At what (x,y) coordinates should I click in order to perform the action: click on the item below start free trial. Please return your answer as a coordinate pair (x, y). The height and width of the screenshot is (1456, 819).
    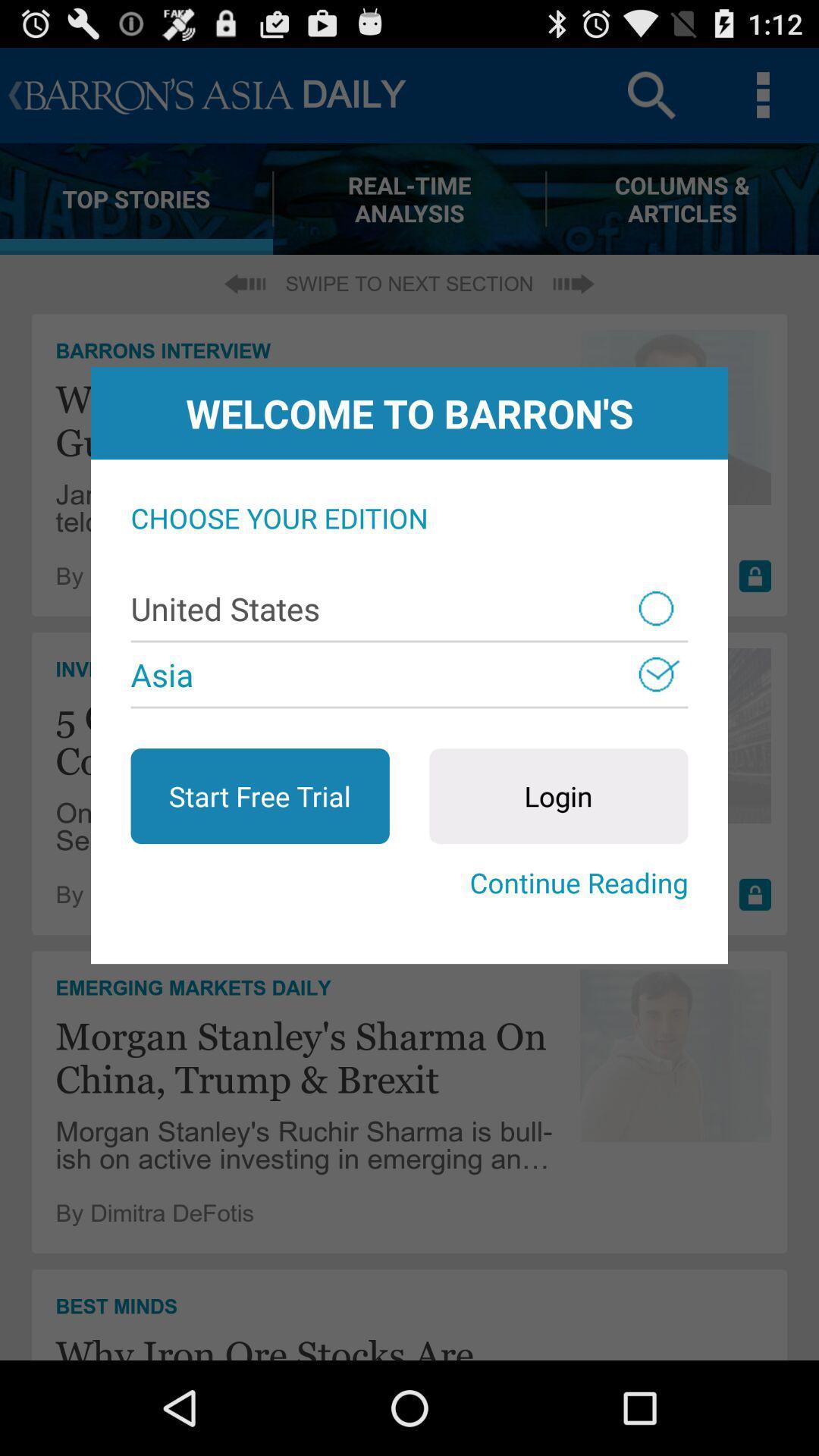
    Looking at the image, I should click on (409, 882).